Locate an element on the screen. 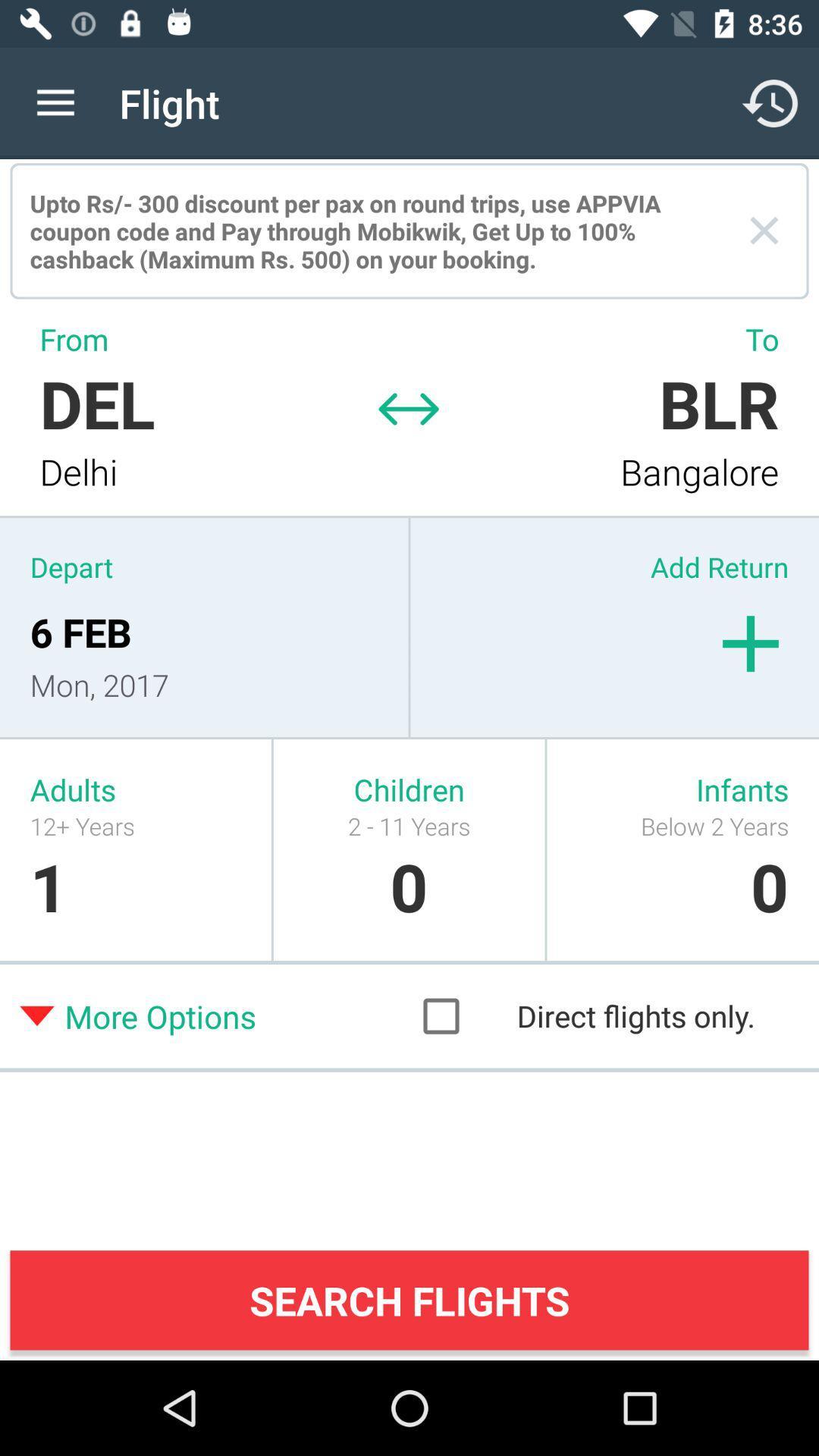  the add icon is located at coordinates (751, 644).